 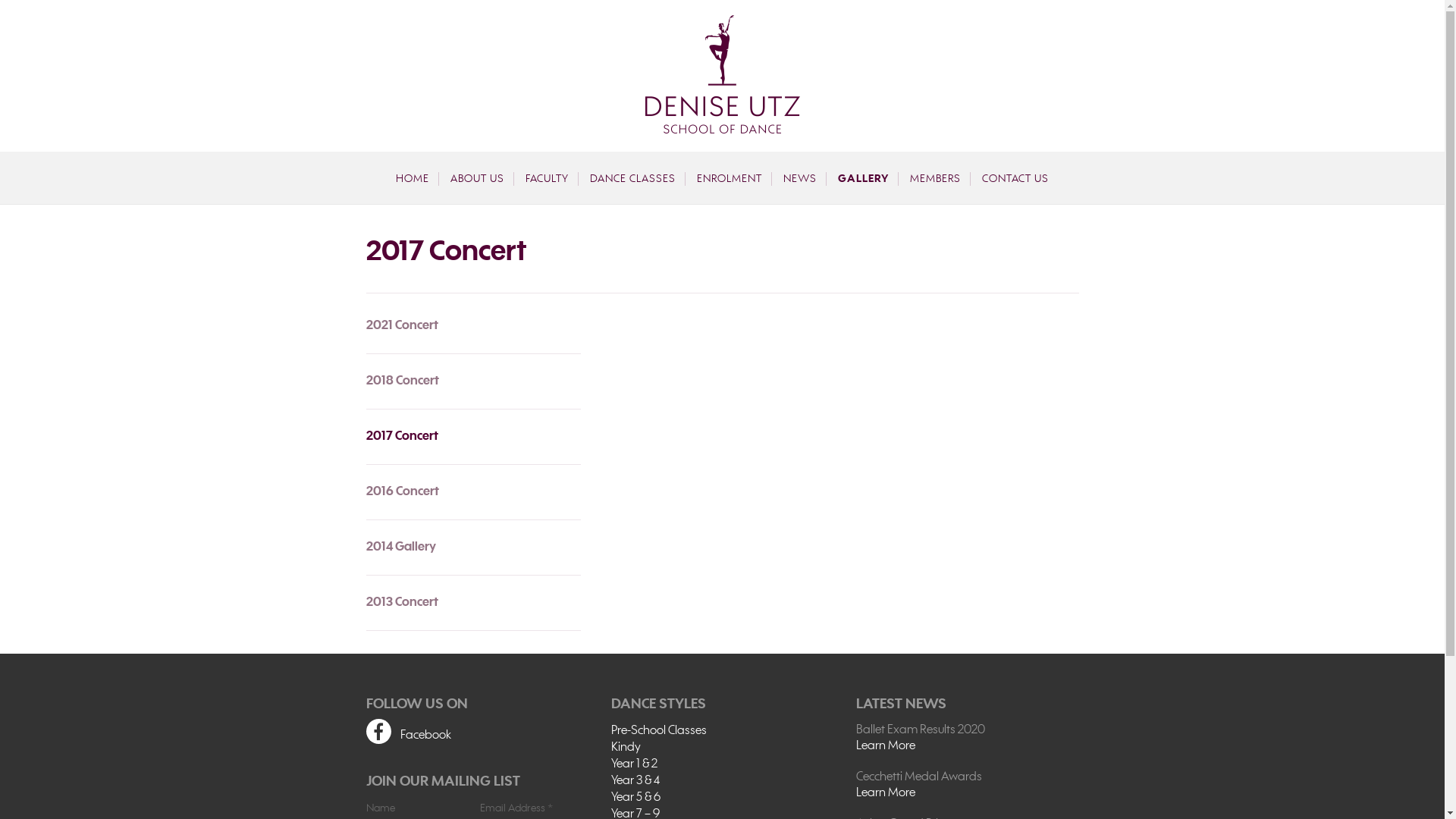 I want to click on 'Cecchetti Medal Awards', so click(x=966, y=777).